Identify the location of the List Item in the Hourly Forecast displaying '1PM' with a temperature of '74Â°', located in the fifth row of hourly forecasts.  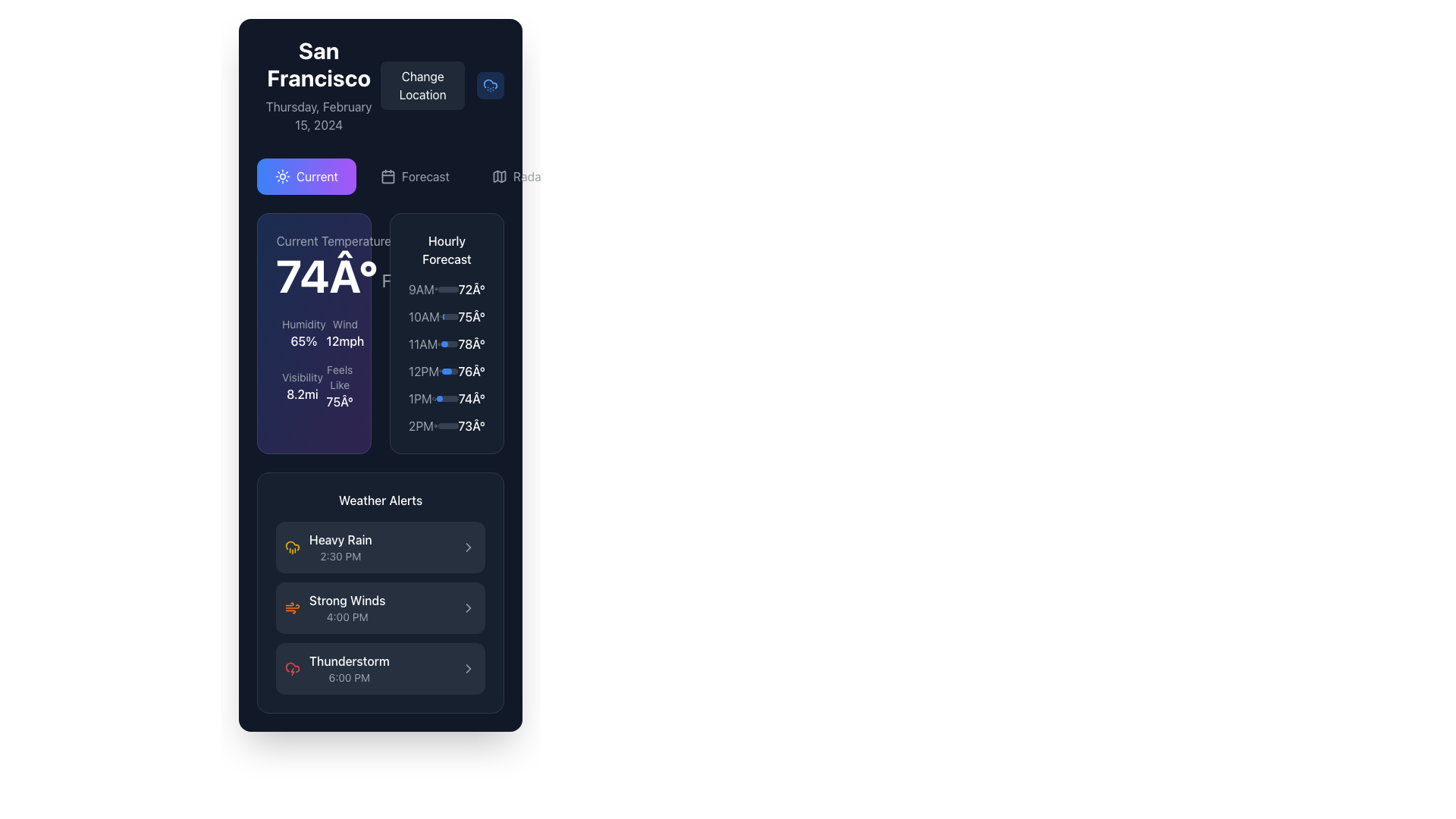
(446, 397).